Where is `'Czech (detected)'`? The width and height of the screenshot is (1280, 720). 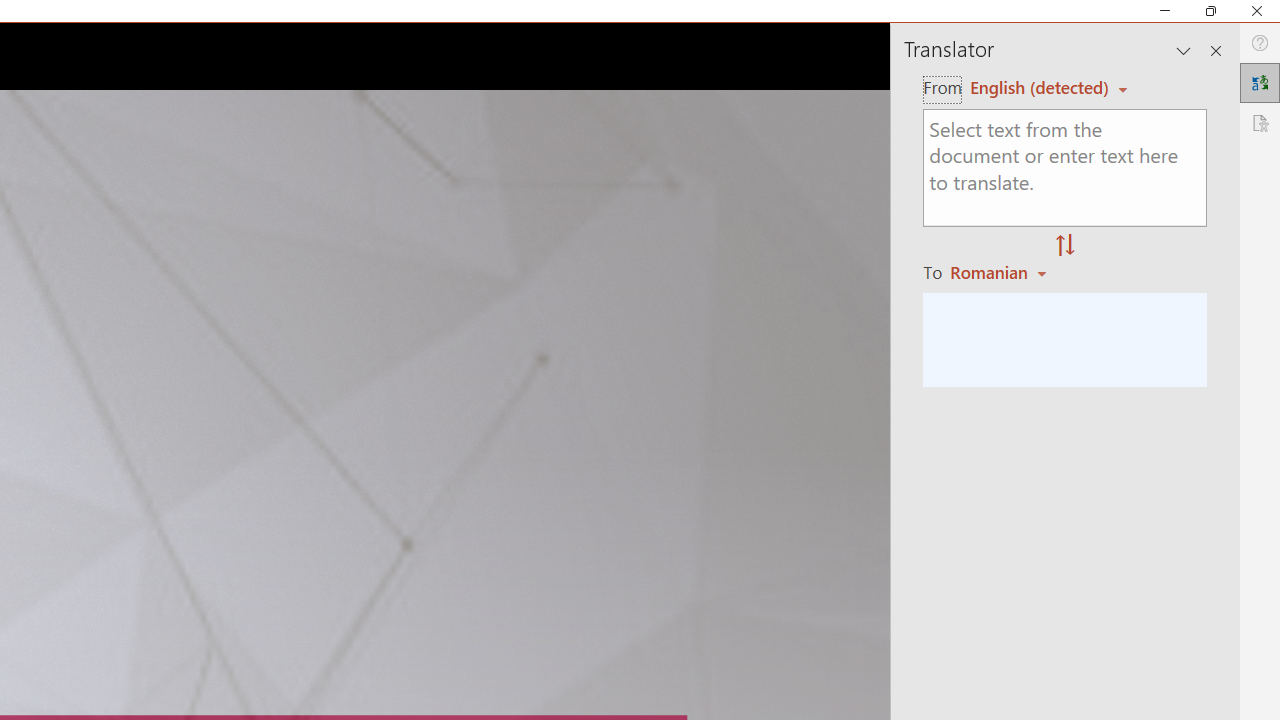 'Czech (detected)' is located at coordinates (1040, 86).